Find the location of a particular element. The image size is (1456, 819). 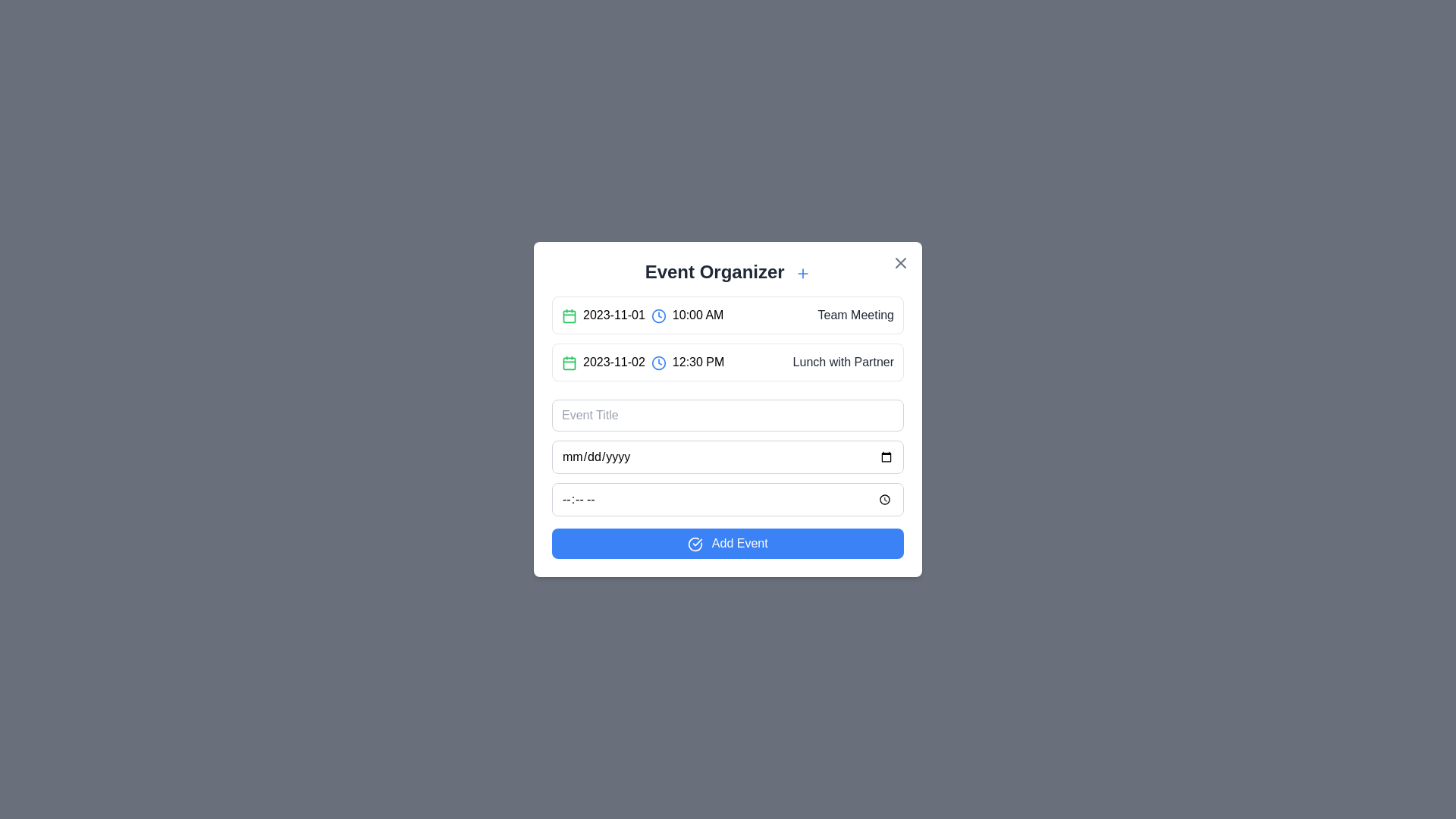

the calendar icon, which has a green outline and is located to the left of the date and time text '2023-11-01 10:00 AM' is located at coordinates (568, 315).